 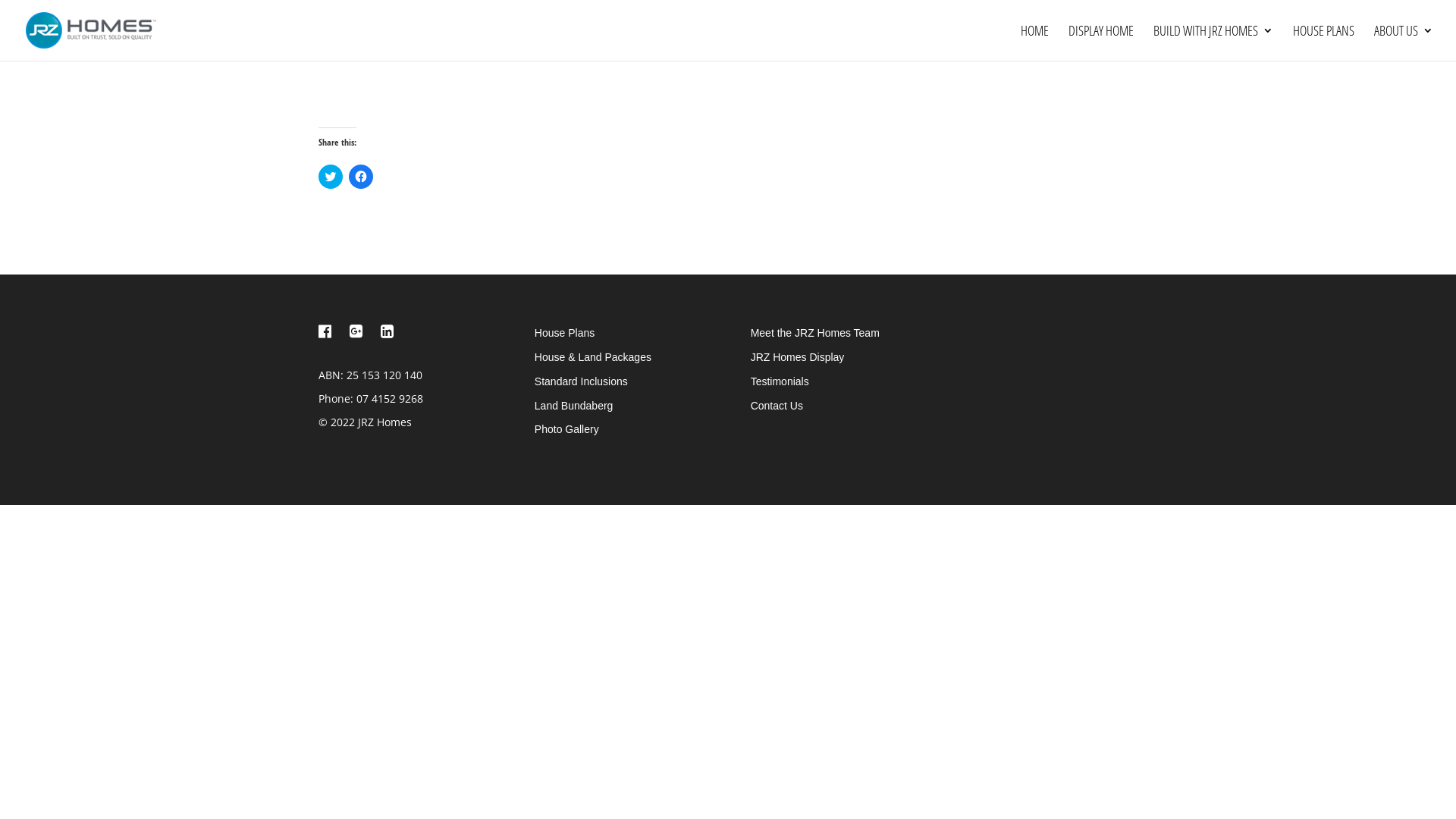 I want to click on 'Click to share on Facebook (Opens in new window)', so click(x=359, y=175).